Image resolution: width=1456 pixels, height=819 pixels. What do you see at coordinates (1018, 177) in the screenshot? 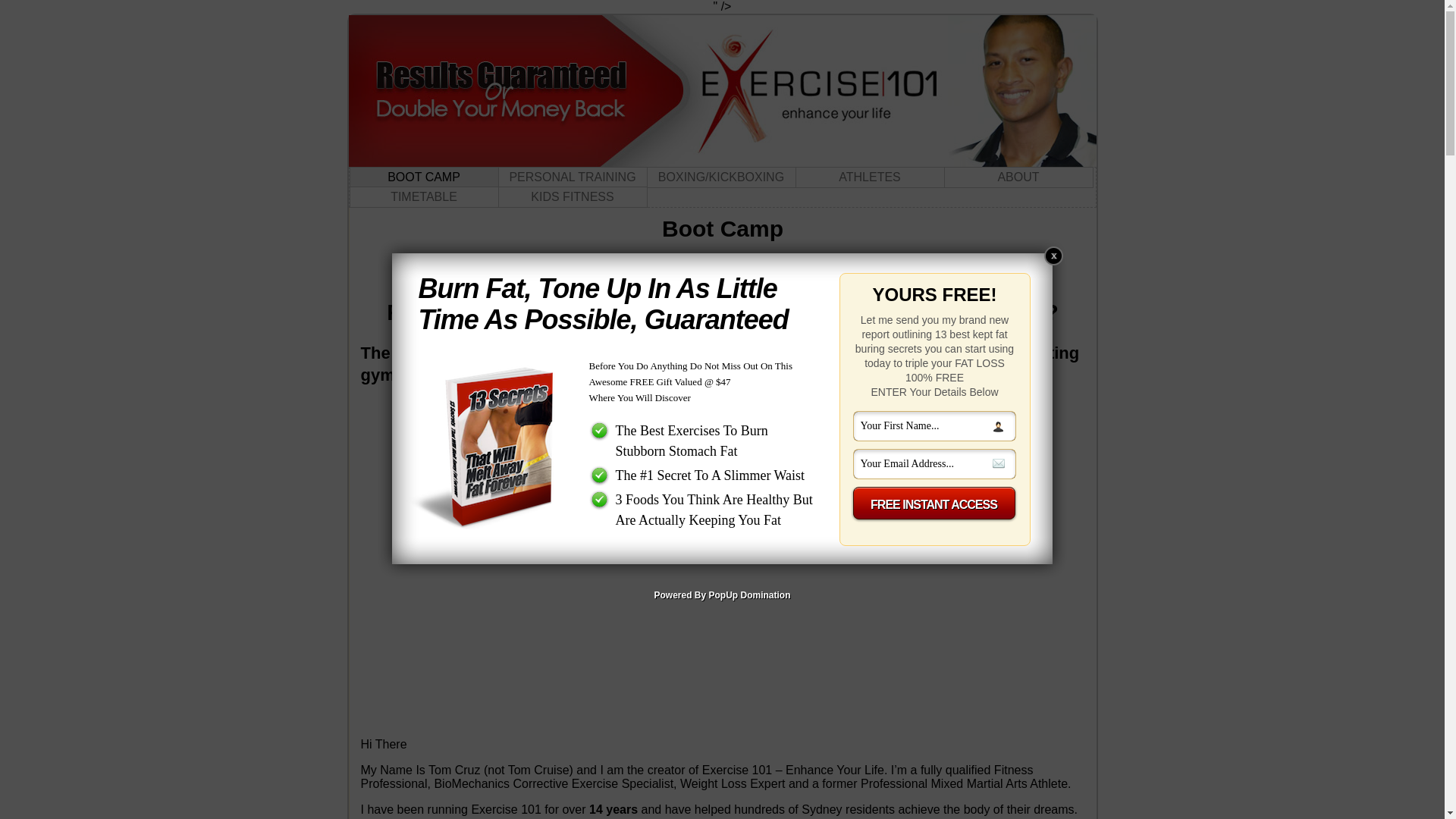
I see `'ABOUT'` at bounding box center [1018, 177].